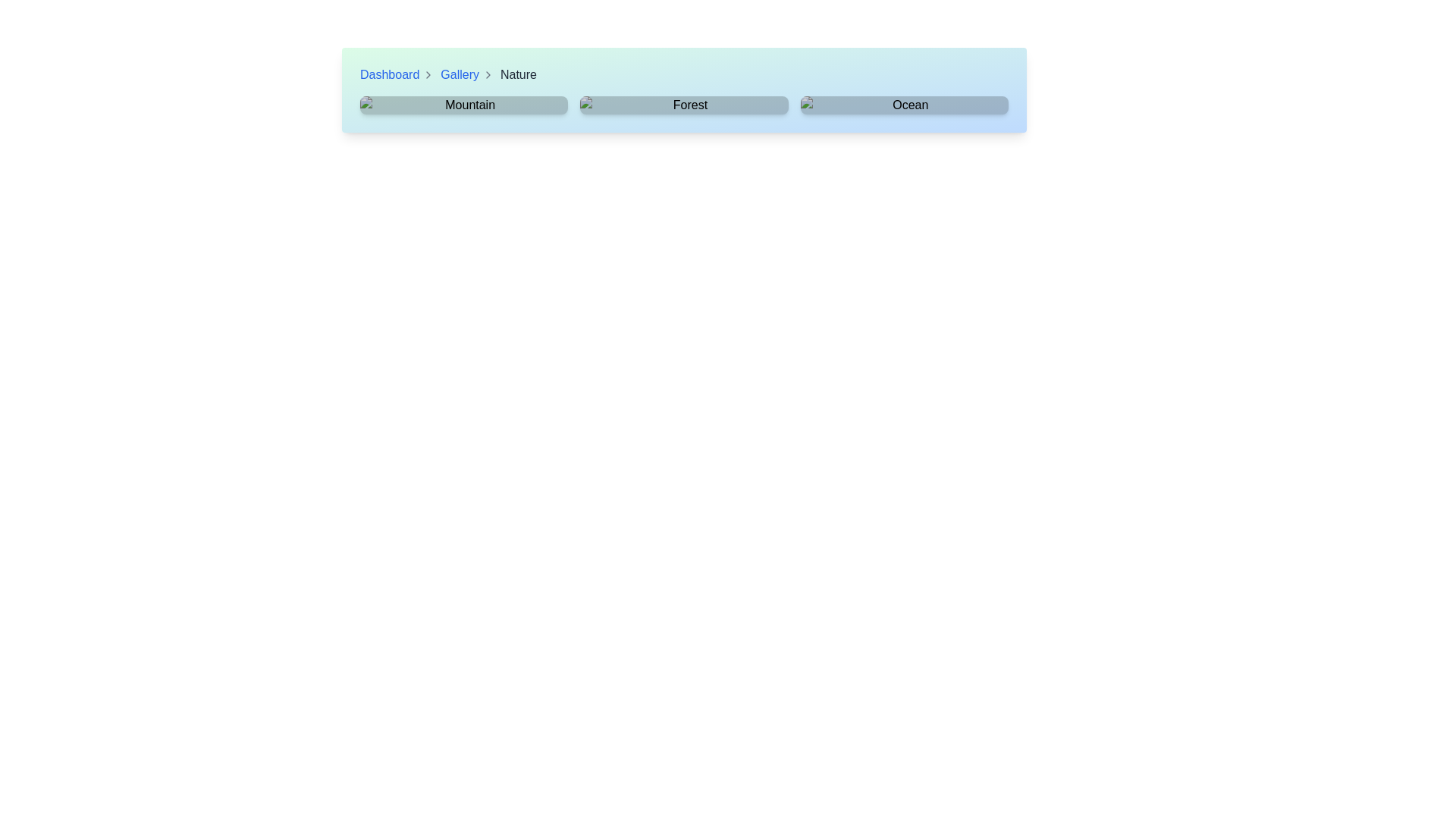  What do you see at coordinates (466, 75) in the screenshot?
I see `the breadcrumb link for 'Gallery' located in the middle of the breadcrumb navigation bar` at bounding box center [466, 75].